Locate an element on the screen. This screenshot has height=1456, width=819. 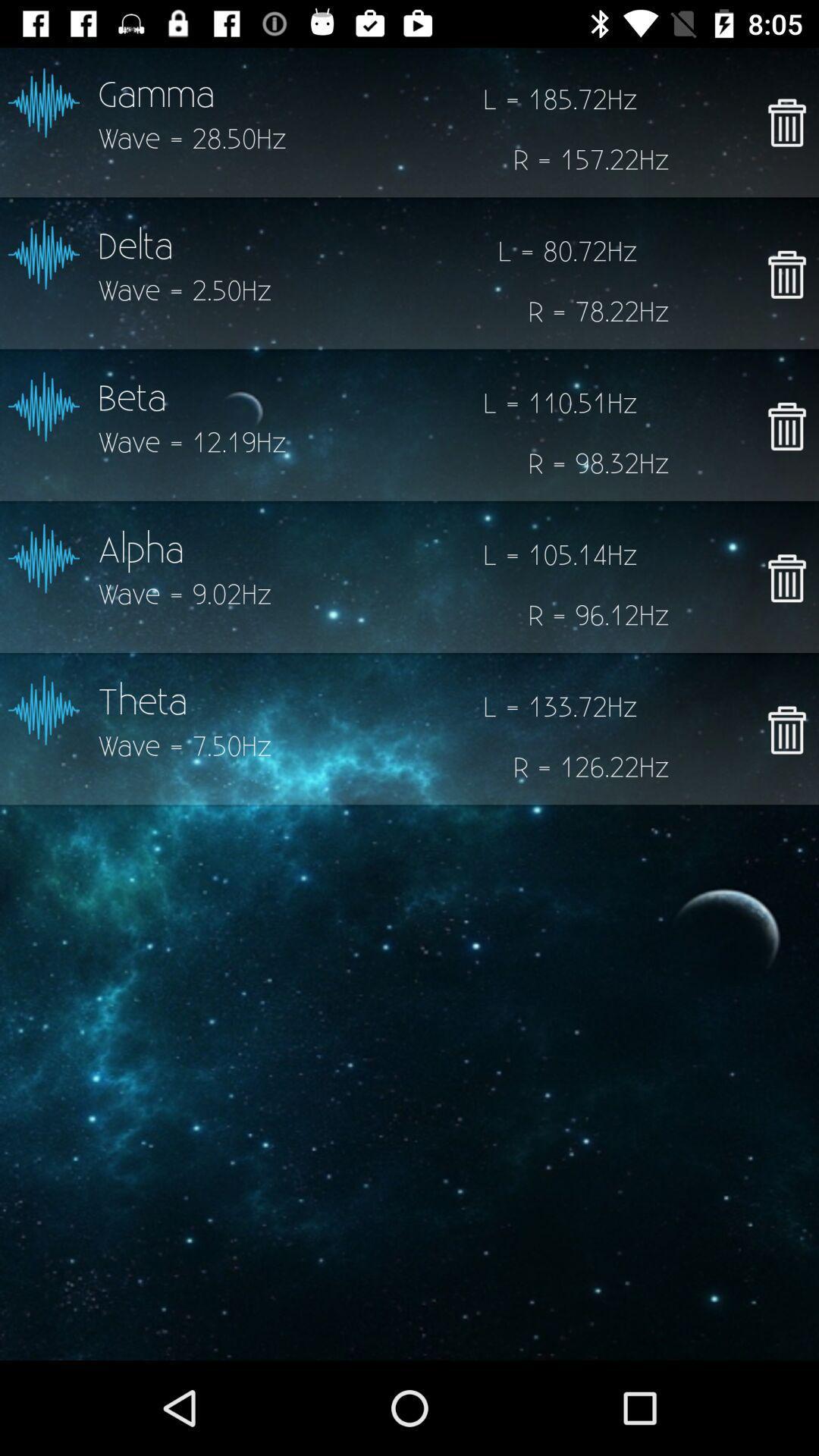
delete icon is located at coordinates (786, 425).